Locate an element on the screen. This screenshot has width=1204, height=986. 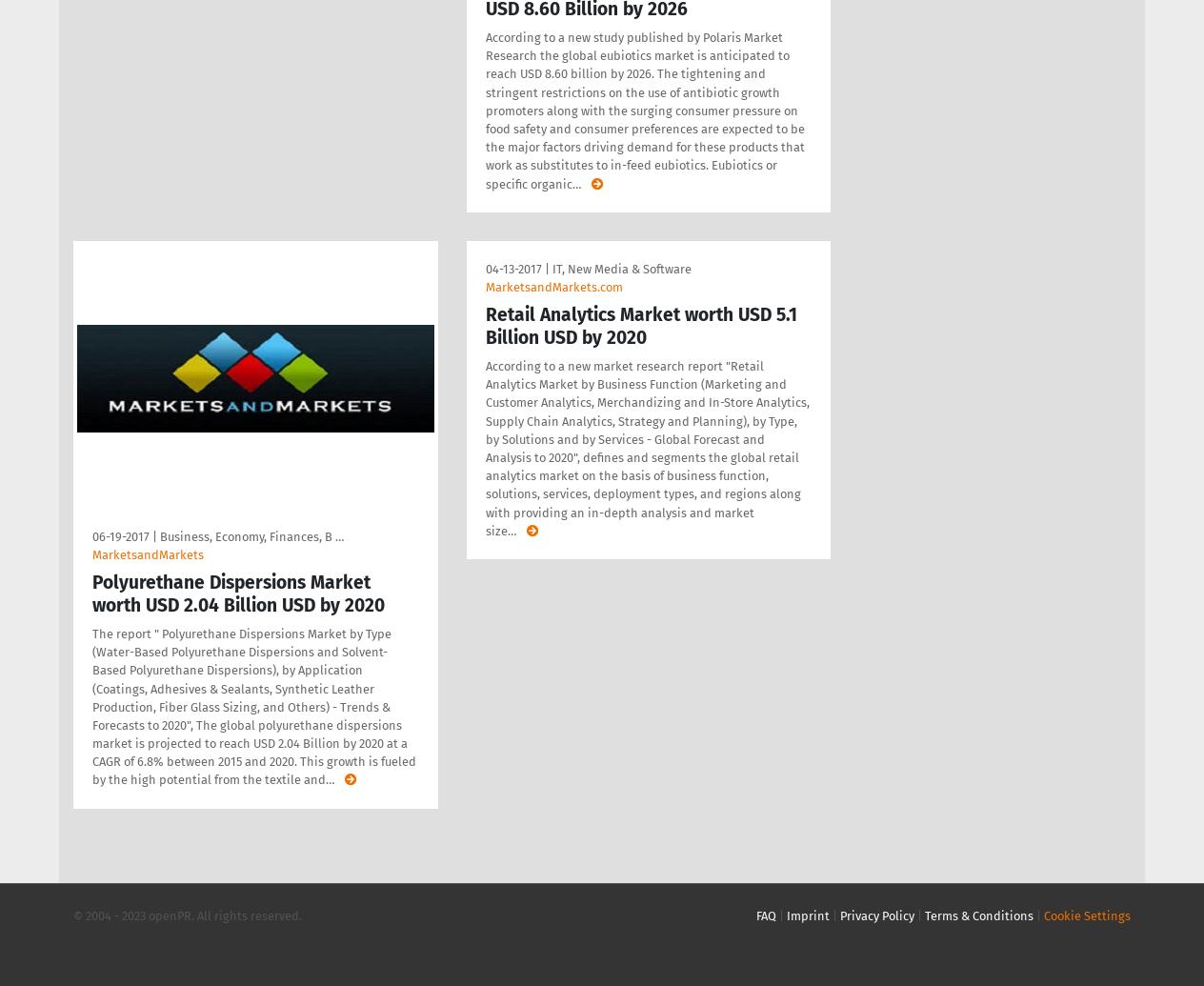
'06-19-2017' is located at coordinates (120, 534).